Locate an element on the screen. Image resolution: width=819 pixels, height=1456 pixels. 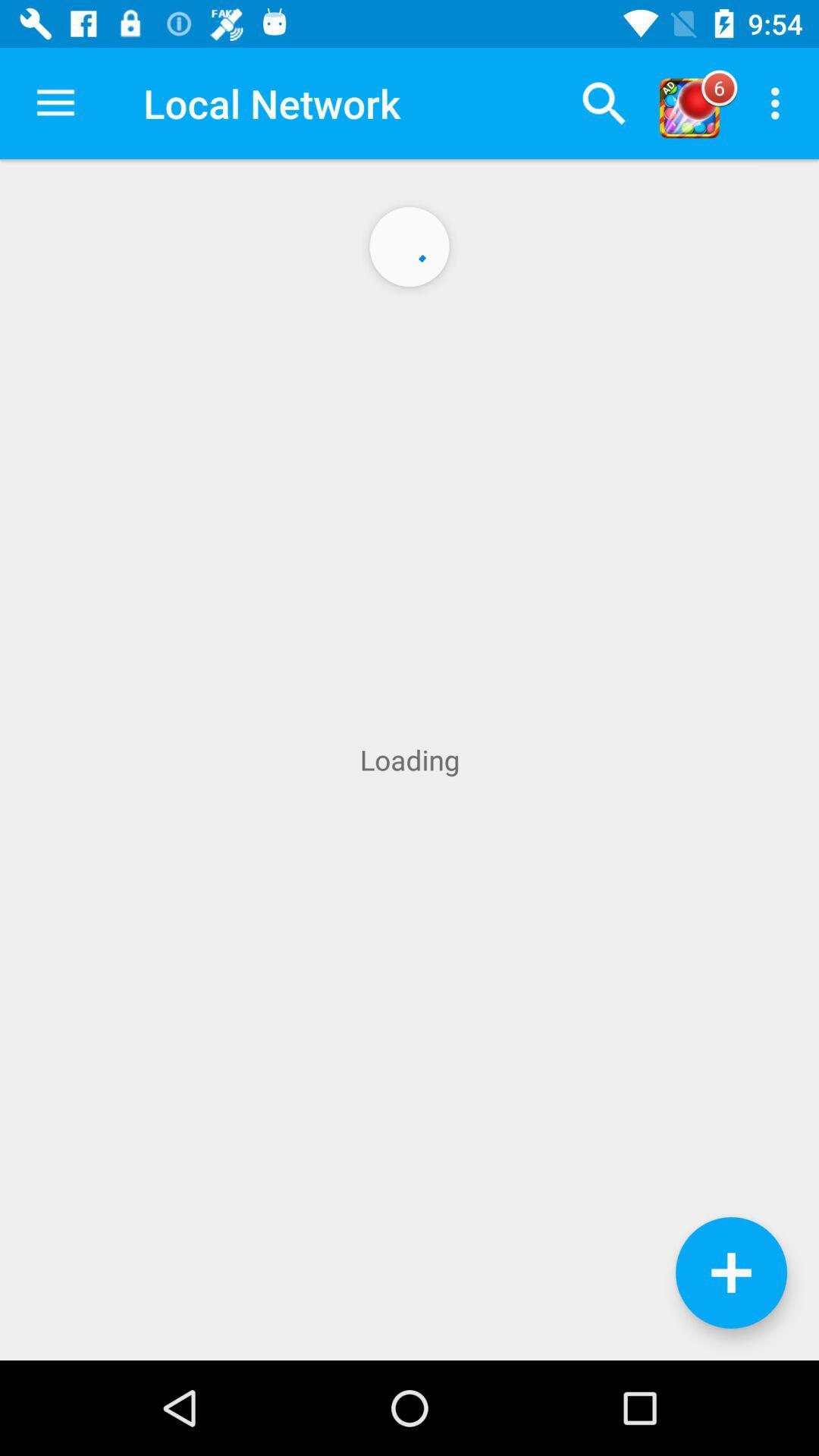
symbol is located at coordinates (730, 1272).